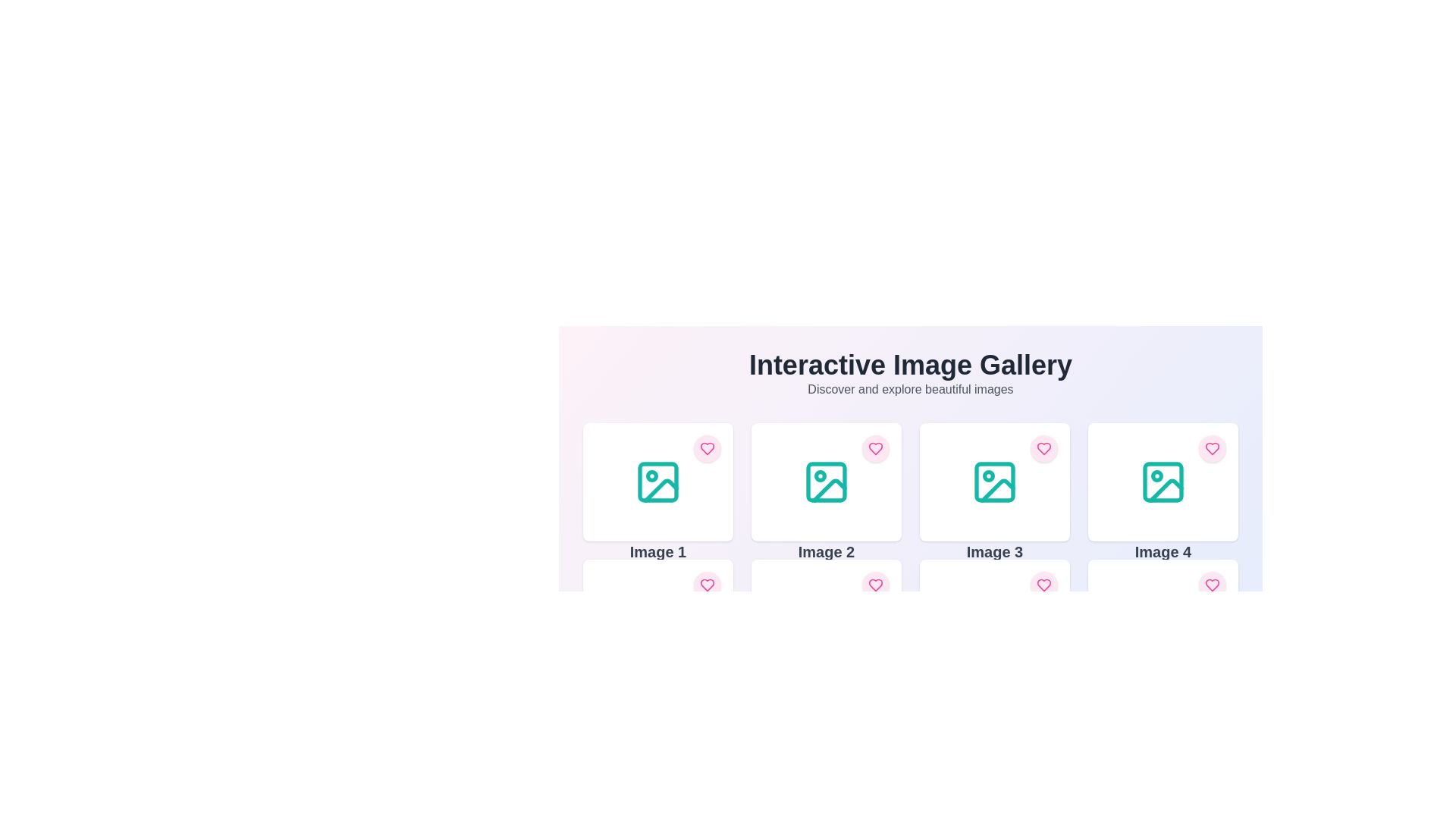 The height and width of the screenshot is (819, 1456). I want to click on the interactive marker icon located at the top-right corner of the fourth card in the grid layout under the heading 'Interactive Image Gallery', so click(876, 447).